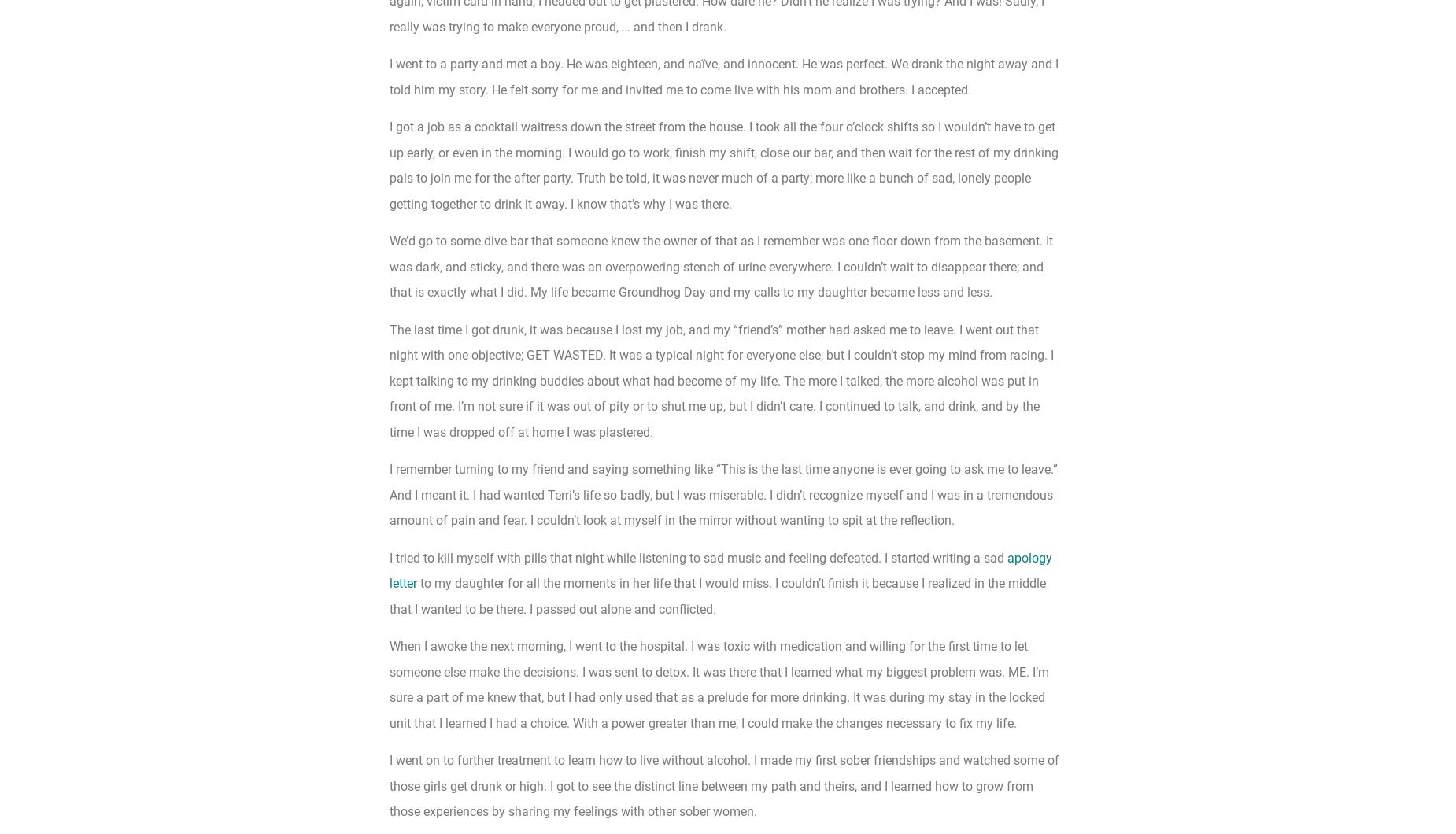 Image resolution: width=1456 pixels, height=834 pixels. Describe the element at coordinates (723, 495) in the screenshot. I see `'I remember turning to my friend and saying something like “This is the last time anyone is ever going to ask me to leave.” And I meant it. I had wanted Terri’s life so badly, but I was miserable. I didn’t recognize myself and I was in a tremendous amount of pain and fear. I couldn’t look at myself in the mirror without wanting to spit at the reflection.'` at that location.